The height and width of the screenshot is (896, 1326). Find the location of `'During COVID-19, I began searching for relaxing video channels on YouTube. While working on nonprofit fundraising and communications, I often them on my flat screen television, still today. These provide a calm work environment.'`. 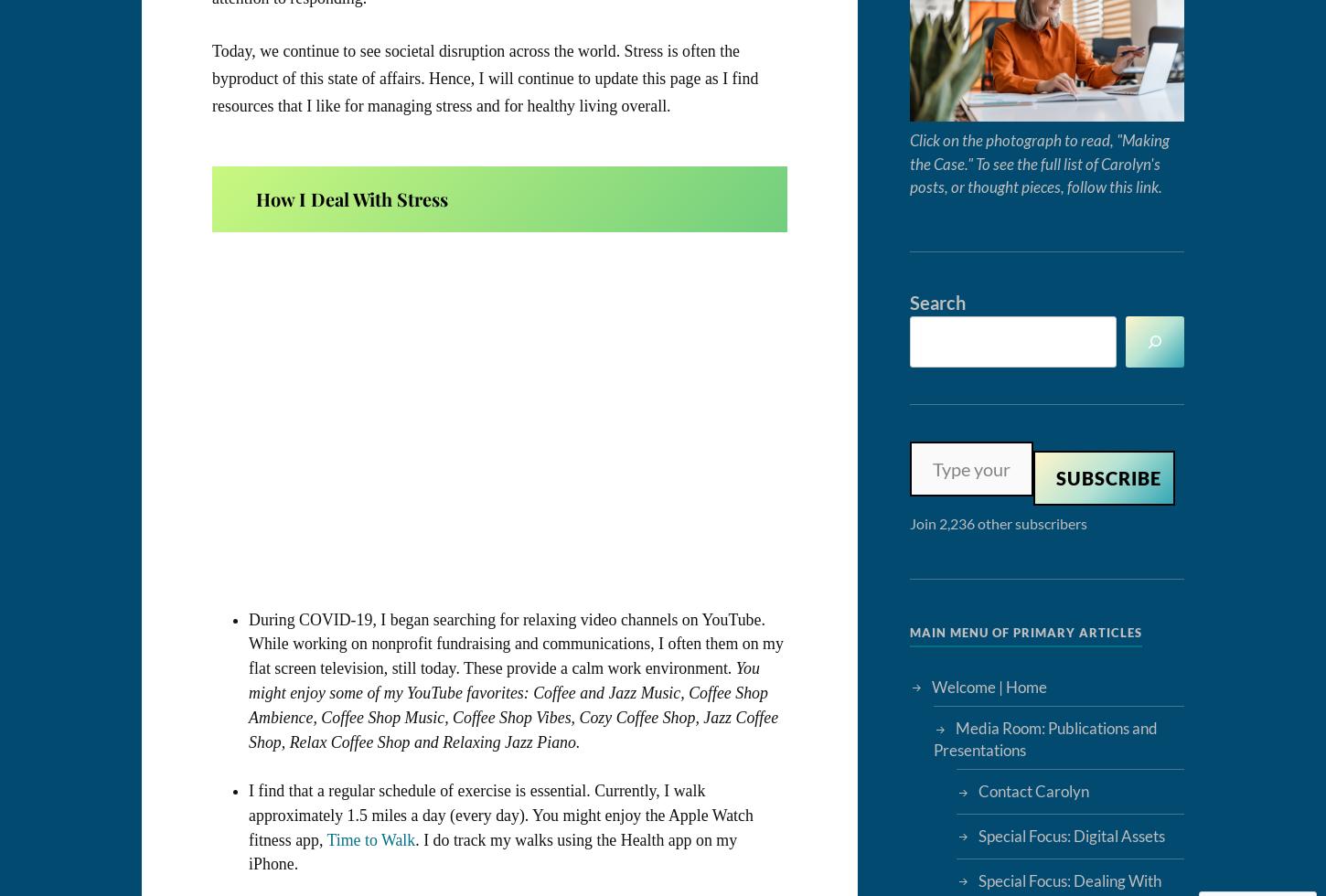

'During COVID-19, I began searching for relaxing video channels on YouTube. While working on nonprofit fundraising and communications, I often them on my flat screen television, still today. These provide a calm work environment.' is located at coordinates (249, 644).